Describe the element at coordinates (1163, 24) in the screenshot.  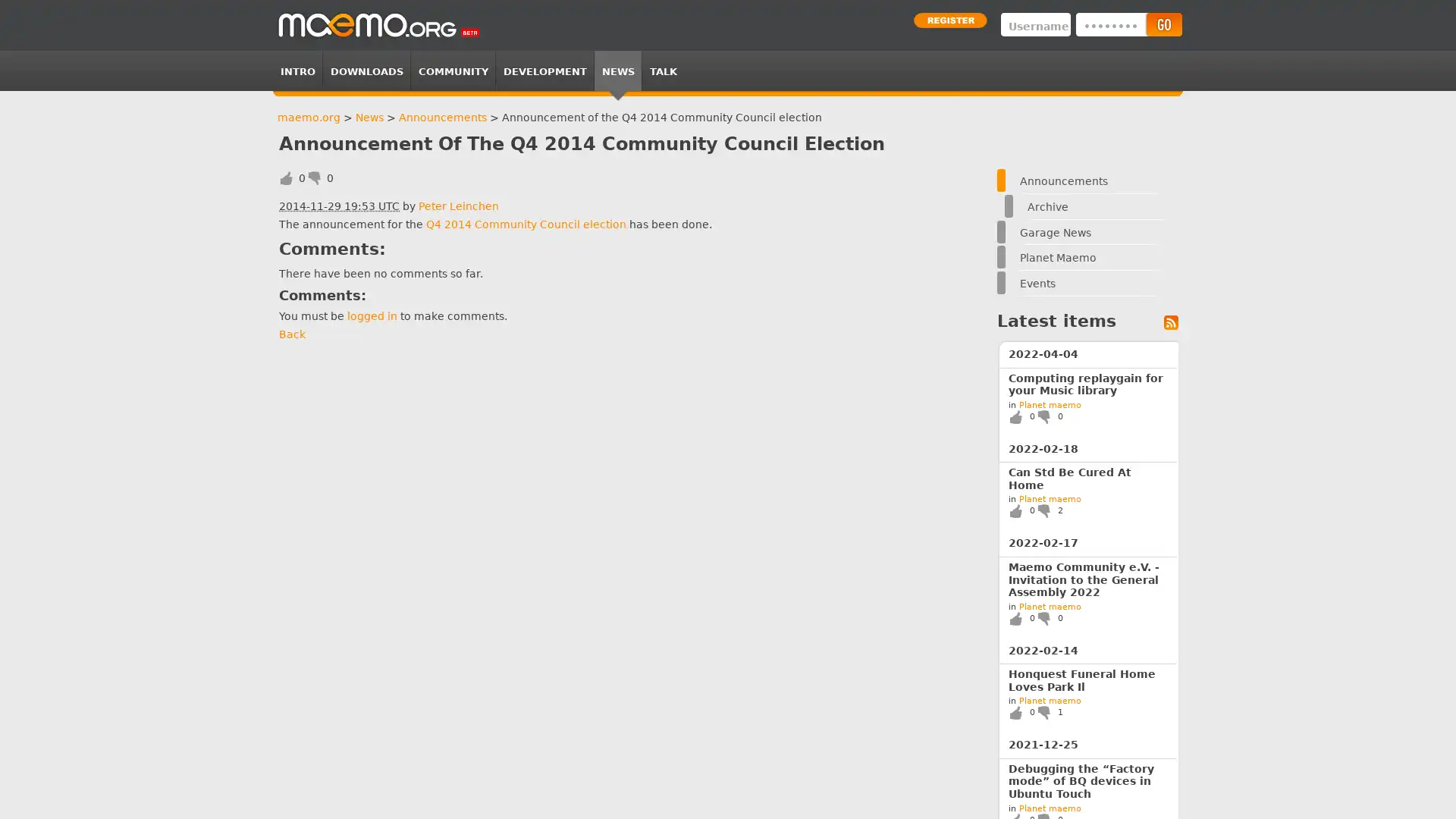
I see `Login` at that location.